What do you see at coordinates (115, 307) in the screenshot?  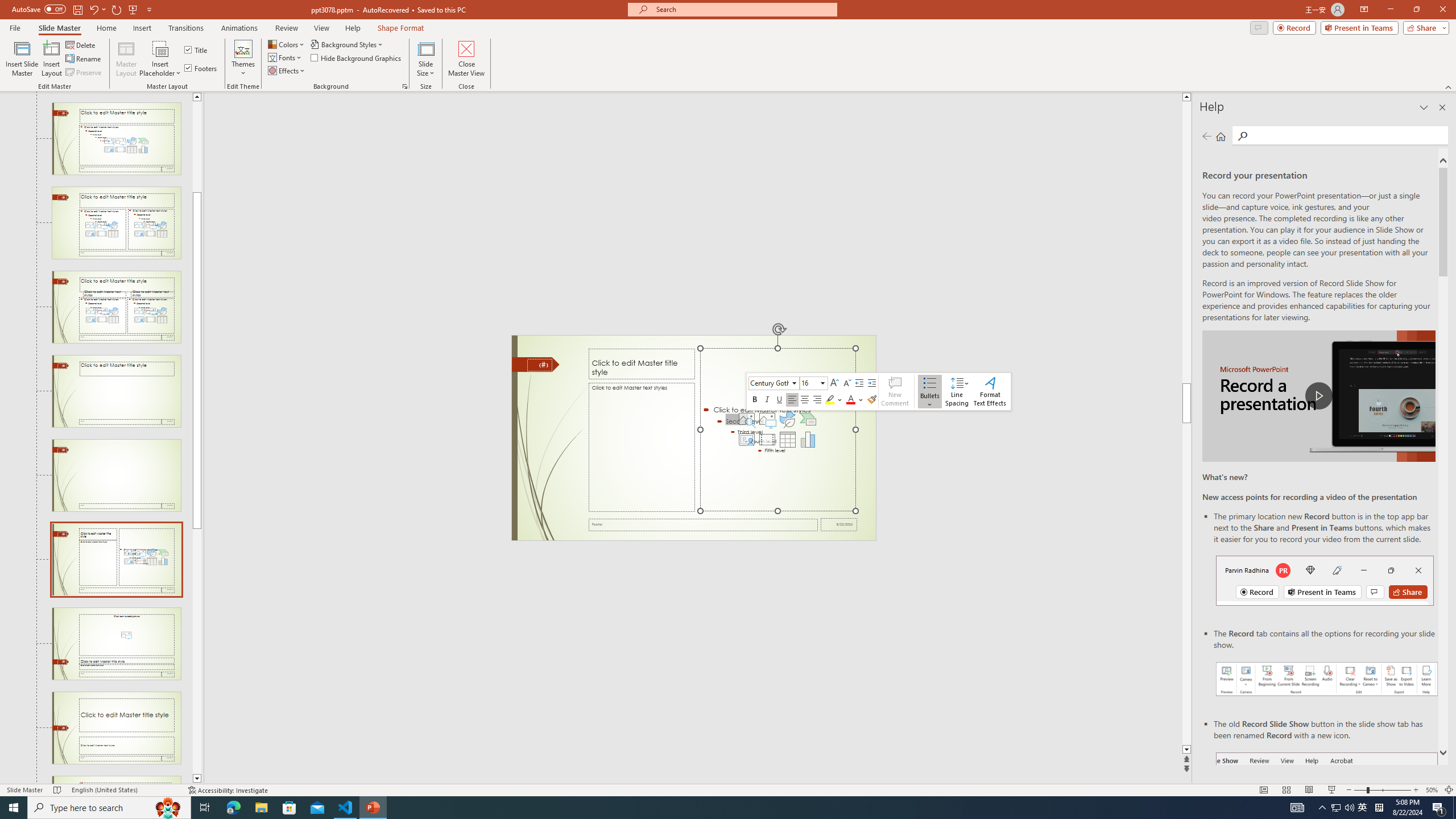 I see `'Slide Comparison Layout: used by no slides'` at bounding box center [115, 307].